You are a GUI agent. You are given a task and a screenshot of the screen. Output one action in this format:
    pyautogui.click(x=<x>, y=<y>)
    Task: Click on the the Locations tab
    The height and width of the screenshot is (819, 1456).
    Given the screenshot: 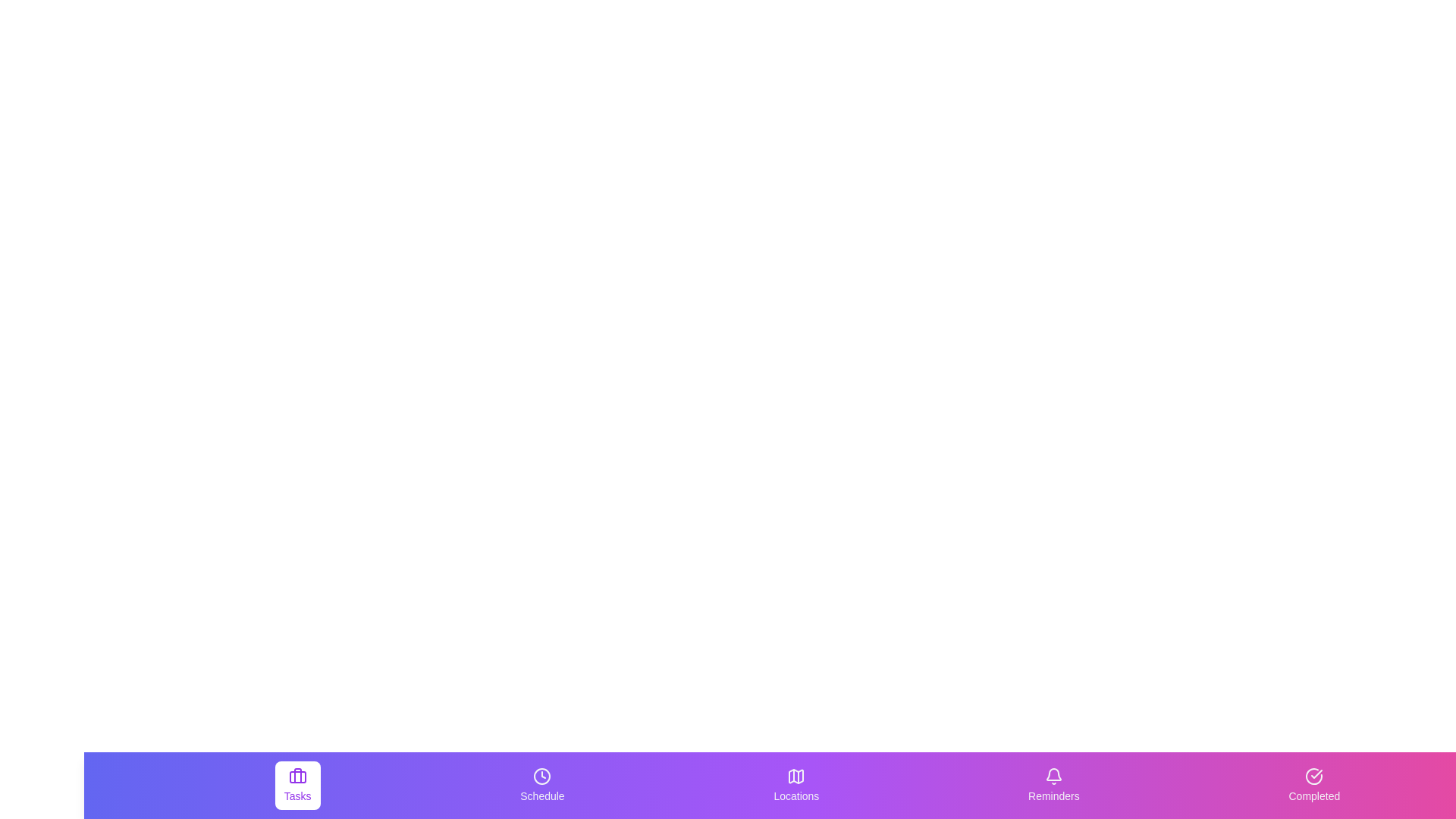 What is the action you would take?
    pyautogui.click(x=795, y=785)
    